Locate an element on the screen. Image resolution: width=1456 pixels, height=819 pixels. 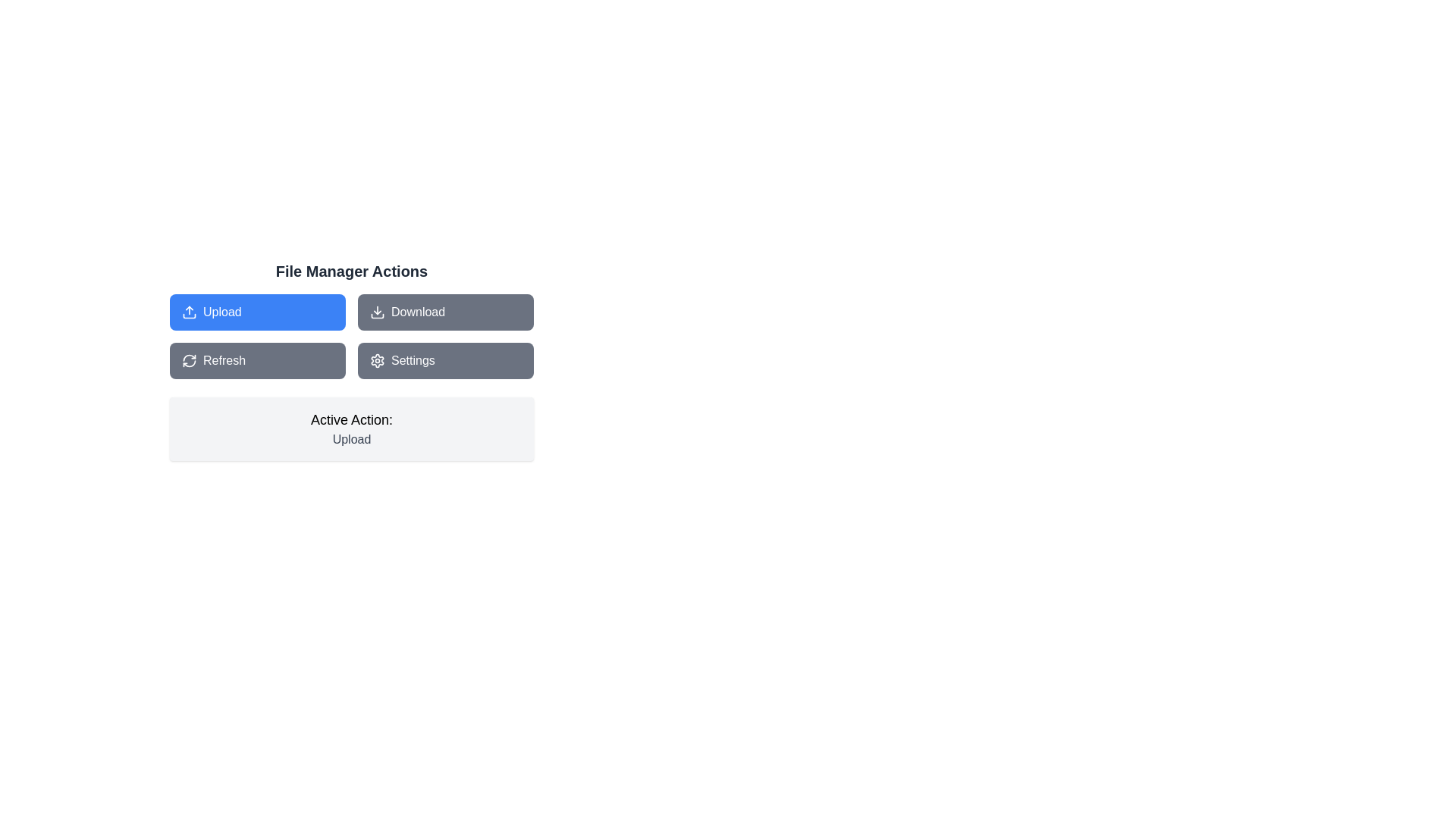
the lower section of the upload icon located on the leftmost button labeled 'Upload' in the 'File Manager Actions' section is located at coordinates (188, 315).